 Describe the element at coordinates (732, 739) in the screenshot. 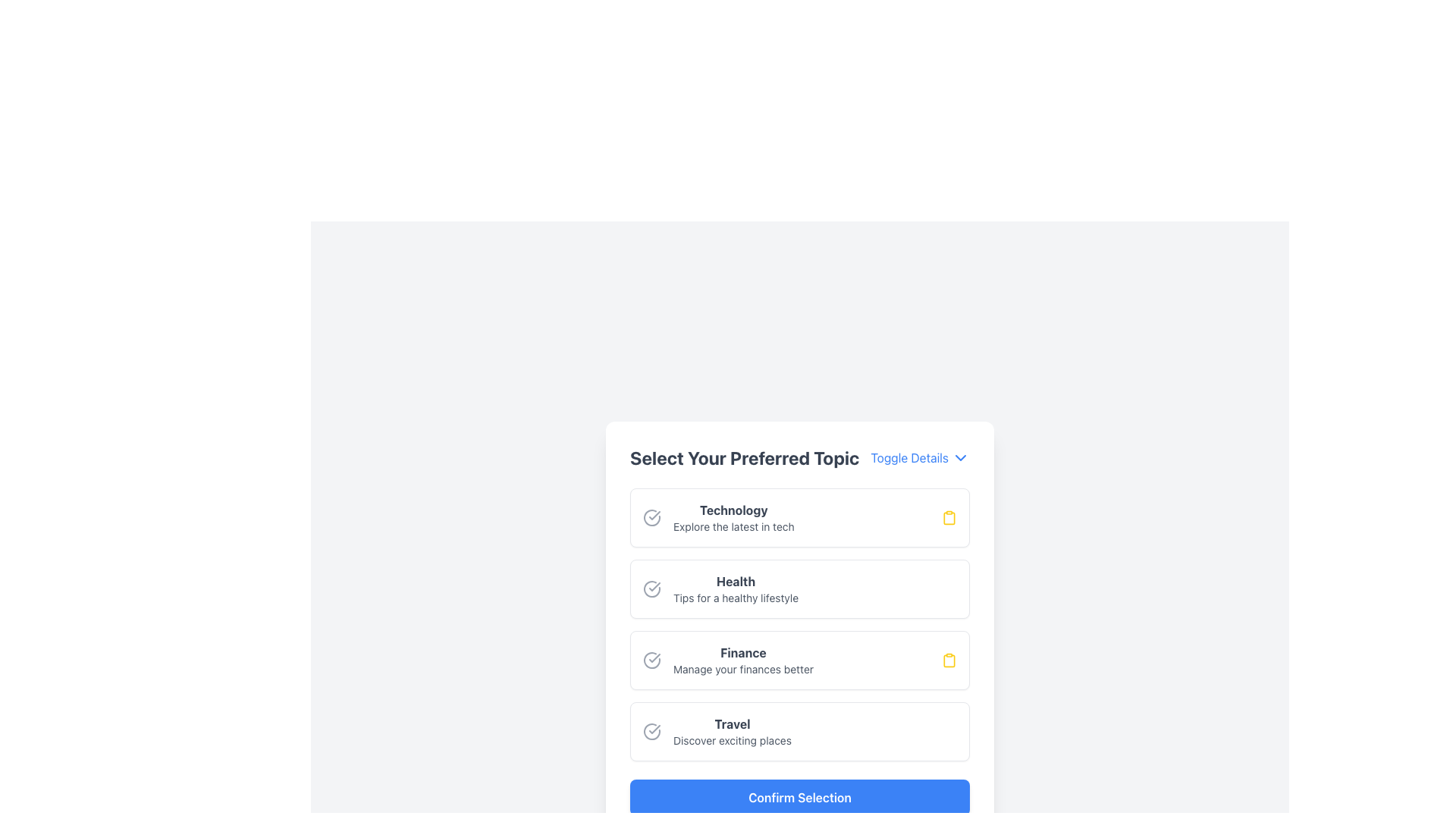

I see `supplementary information text located directly below the 'Travel' option in the fourth section of the interface` at that location.